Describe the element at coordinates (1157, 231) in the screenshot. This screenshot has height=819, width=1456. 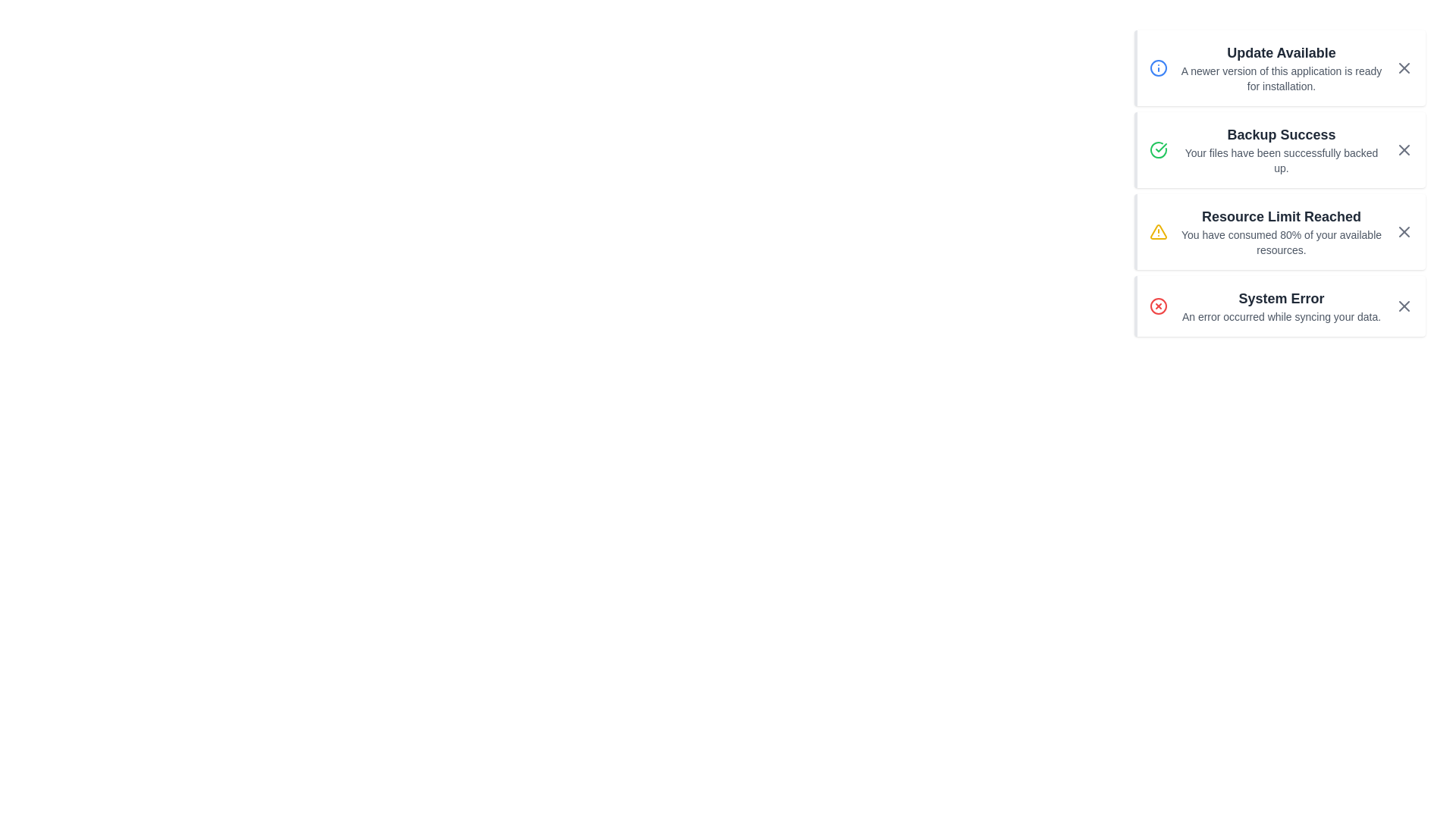
I see `the warning icon indicating 'Resource Limit Reached' located as the second icon in the vertical stack of notifications` at that location.